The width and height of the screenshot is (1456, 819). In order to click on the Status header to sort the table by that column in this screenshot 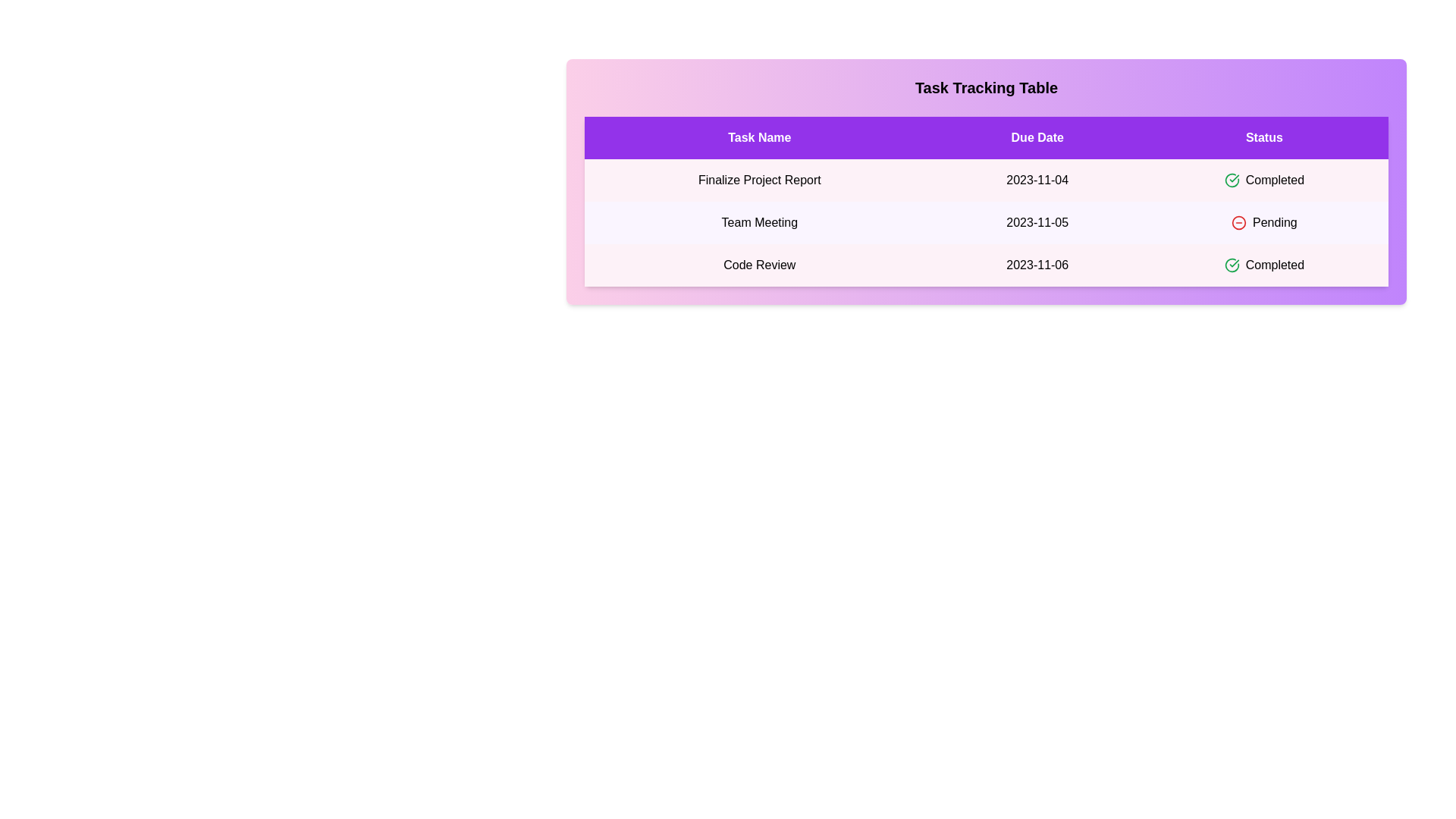, I will do `click(1264, 137)`.